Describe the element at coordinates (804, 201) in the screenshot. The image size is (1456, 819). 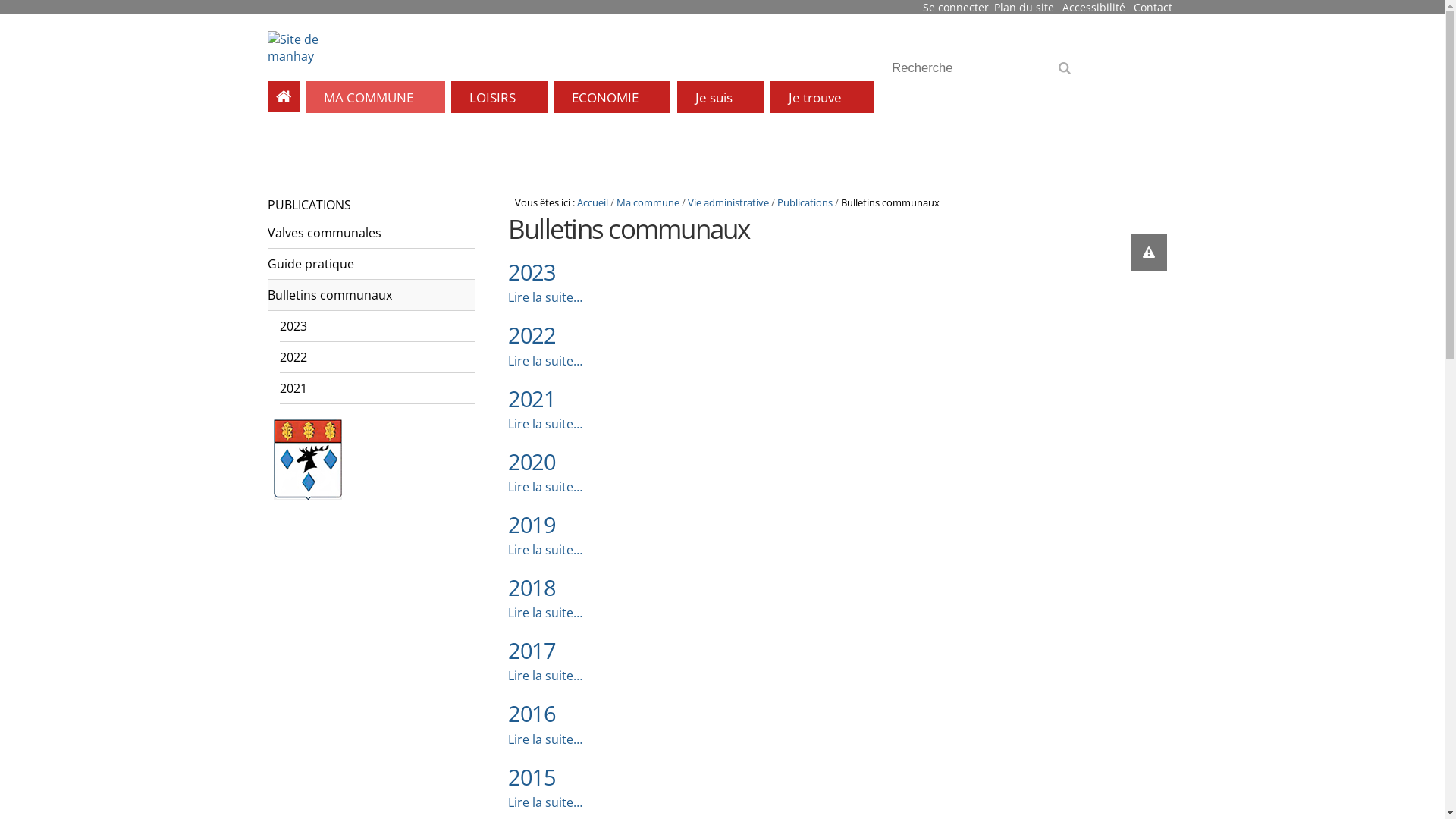
I see `'Publications'` at that location.